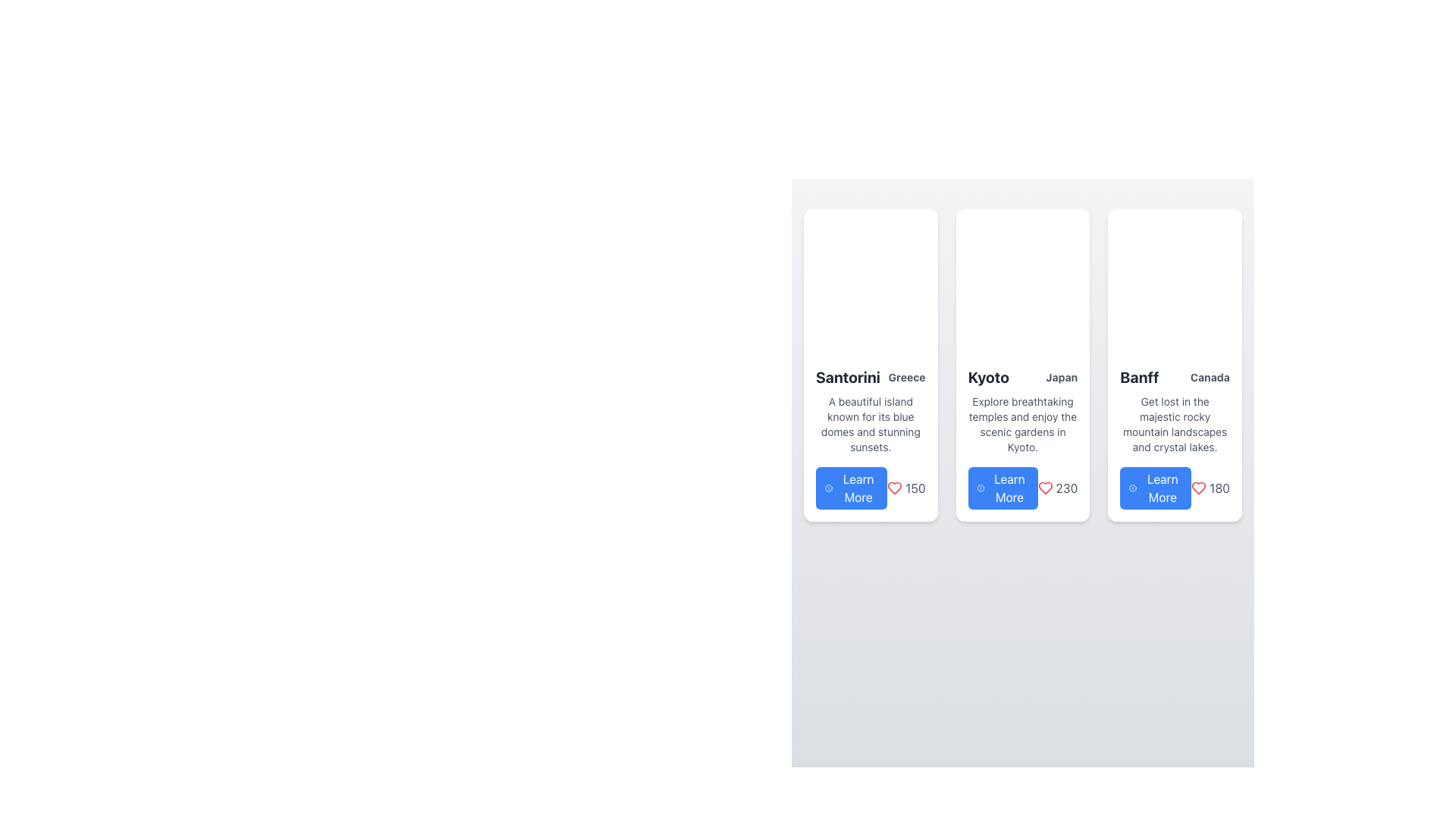 The height and width of the screenshot is (819, 1456). I want to click on text block providing a brief description of Santorini, located within the card structure directly below the title 'Santorini Greece' and above the 'Learn More' button, so click(871, 424).